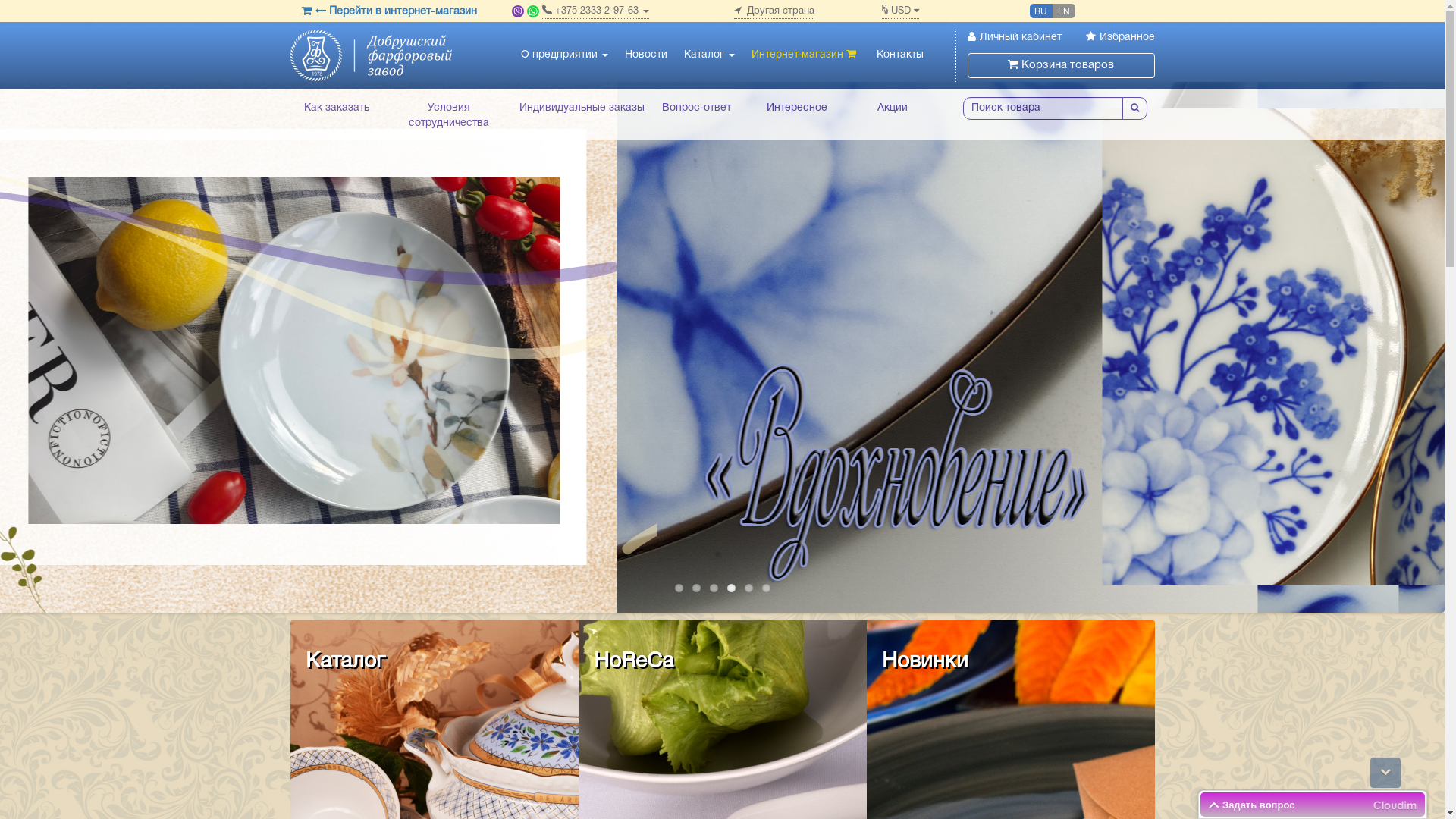 This screenshot has height=819, width=1456. Describe the element at coordinates (899, 11) in the screenshot. I see `'USD'` at that location.